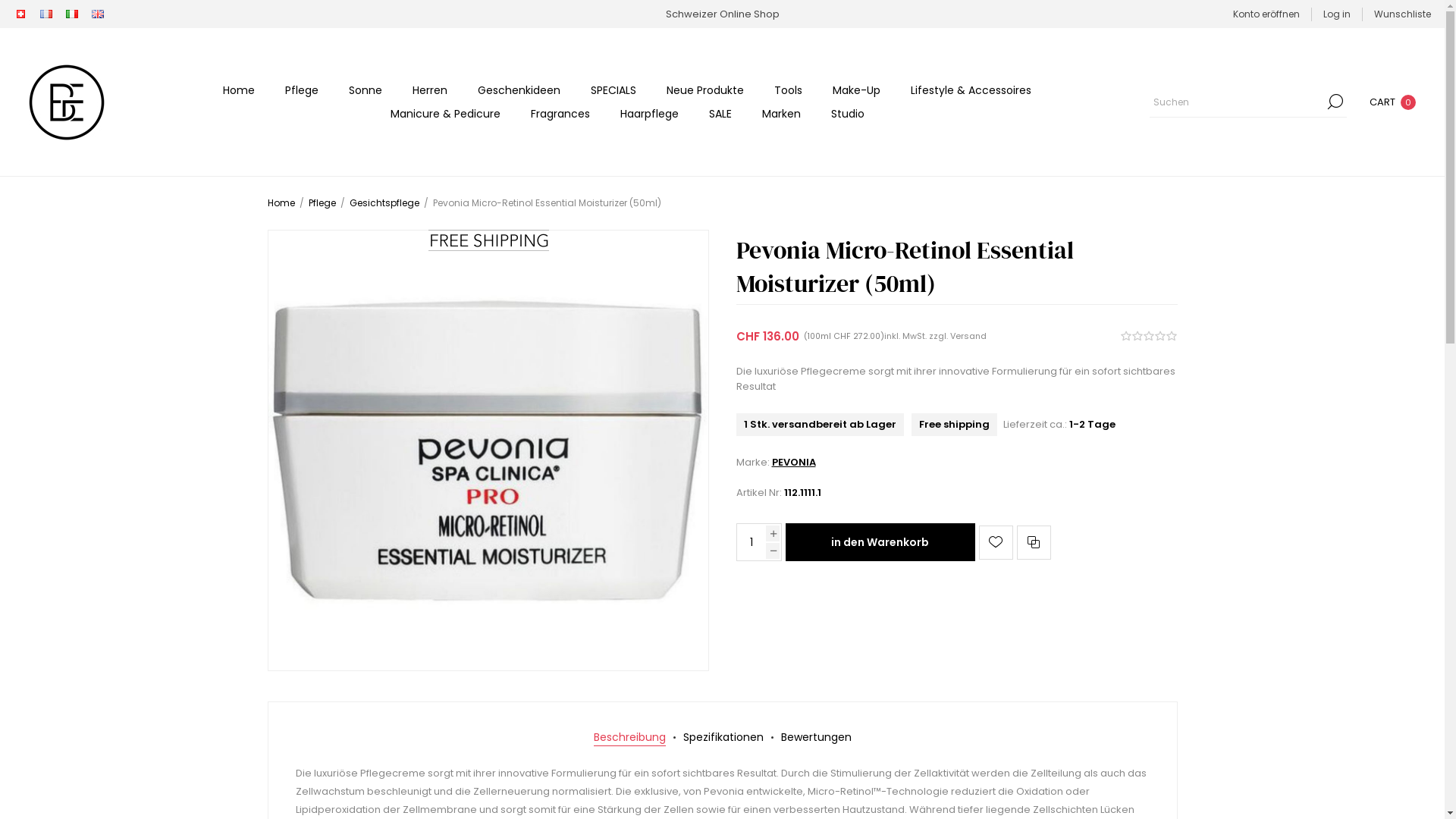 This screenshot has height=819, width=1456. I want to click on 'Bewertungen', so click(815, 736).